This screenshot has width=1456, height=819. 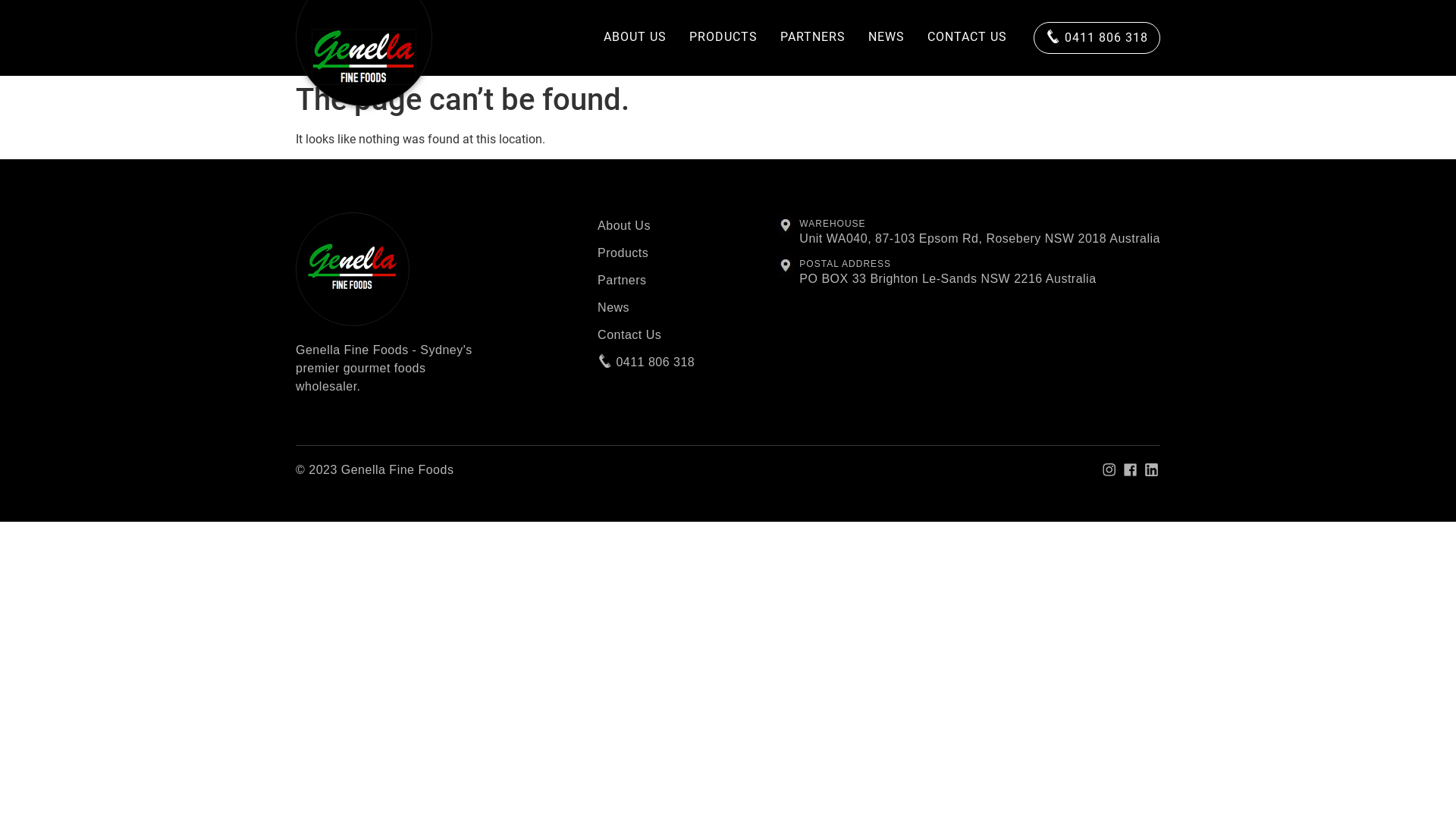 I want to click on 'About Us', so click(x=596, y=225).